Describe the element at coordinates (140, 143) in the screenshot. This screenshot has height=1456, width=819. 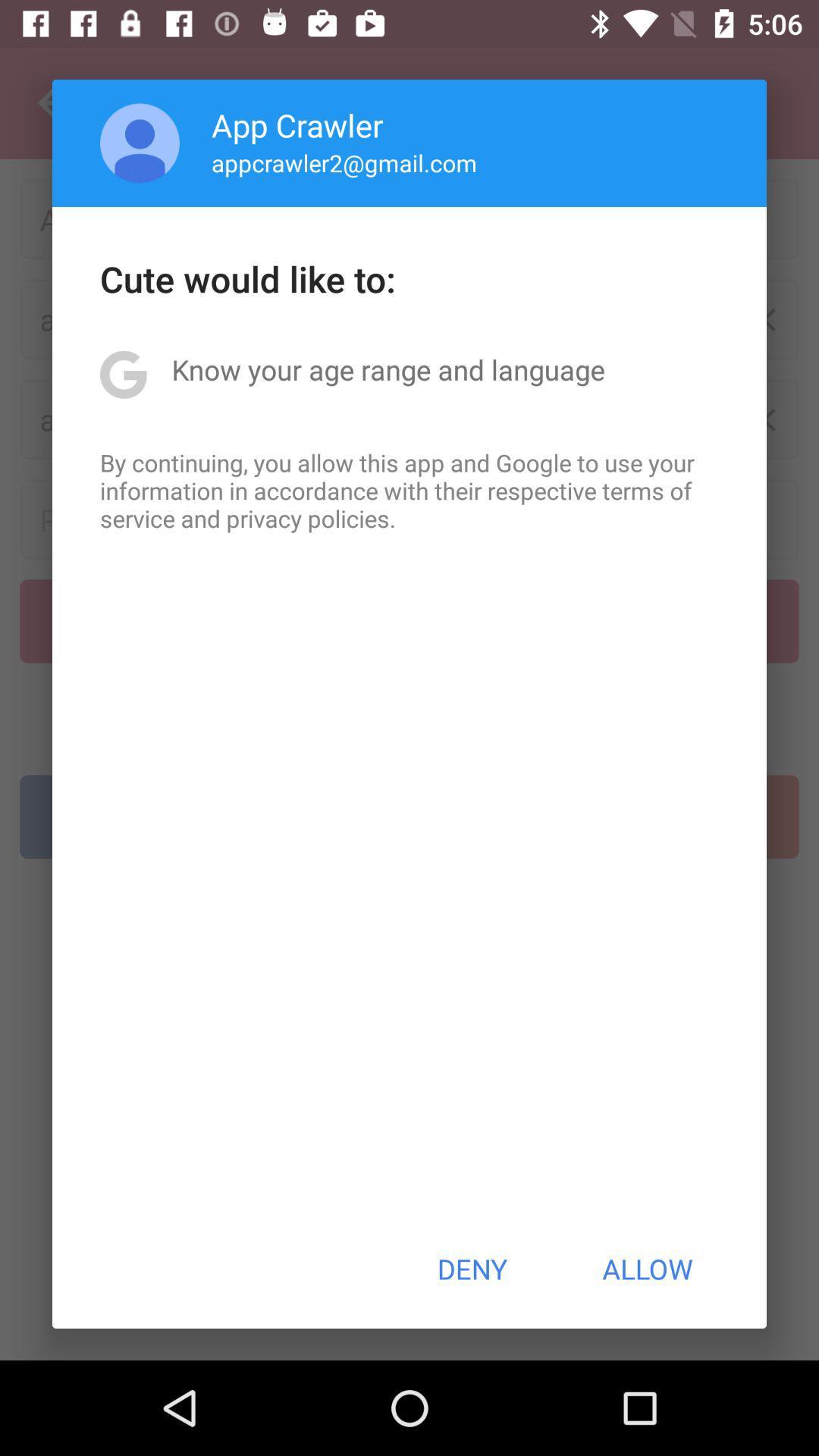
I see `the item next to the app crawler item` at that location.